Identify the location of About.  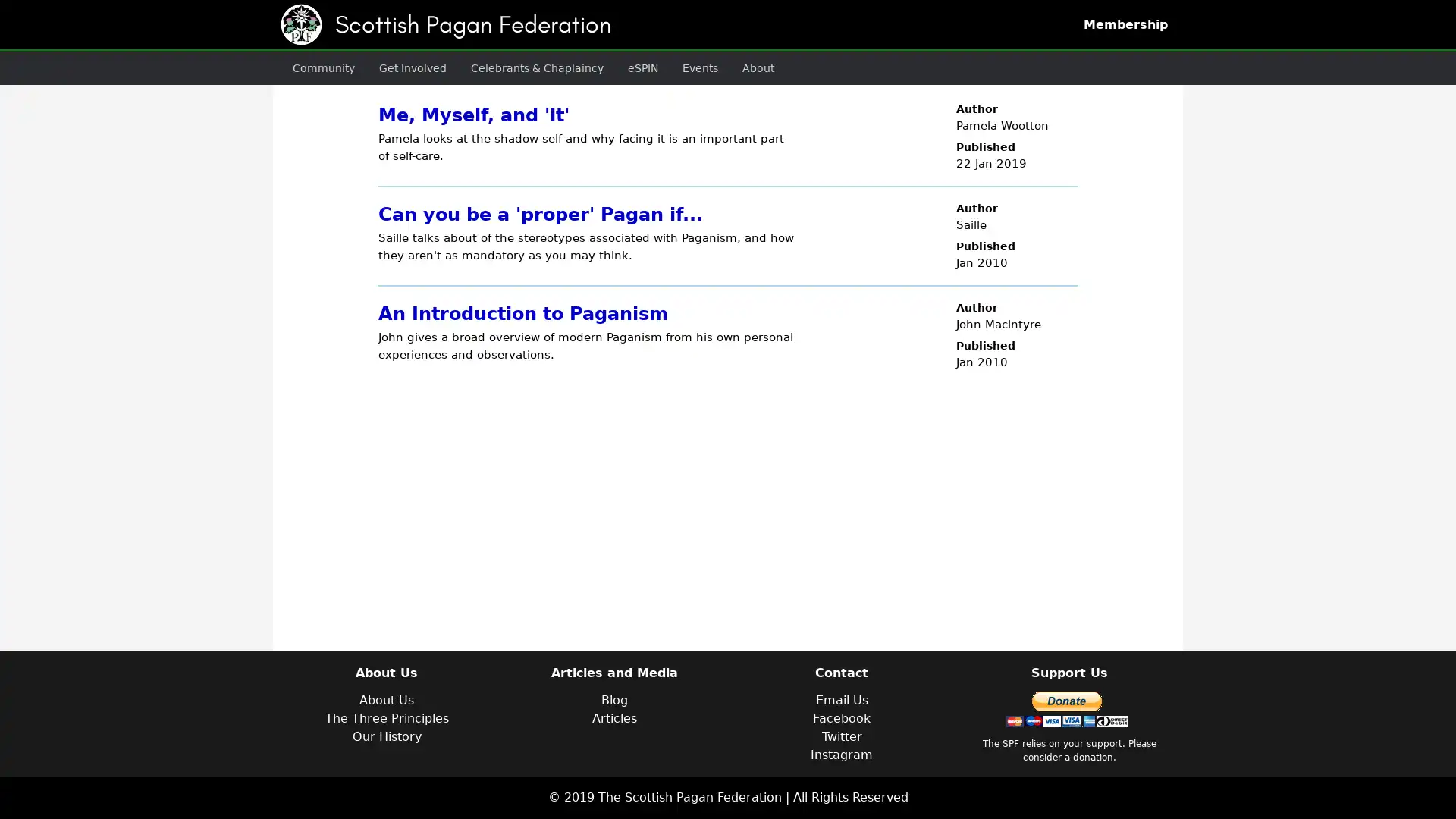
(722, 67).